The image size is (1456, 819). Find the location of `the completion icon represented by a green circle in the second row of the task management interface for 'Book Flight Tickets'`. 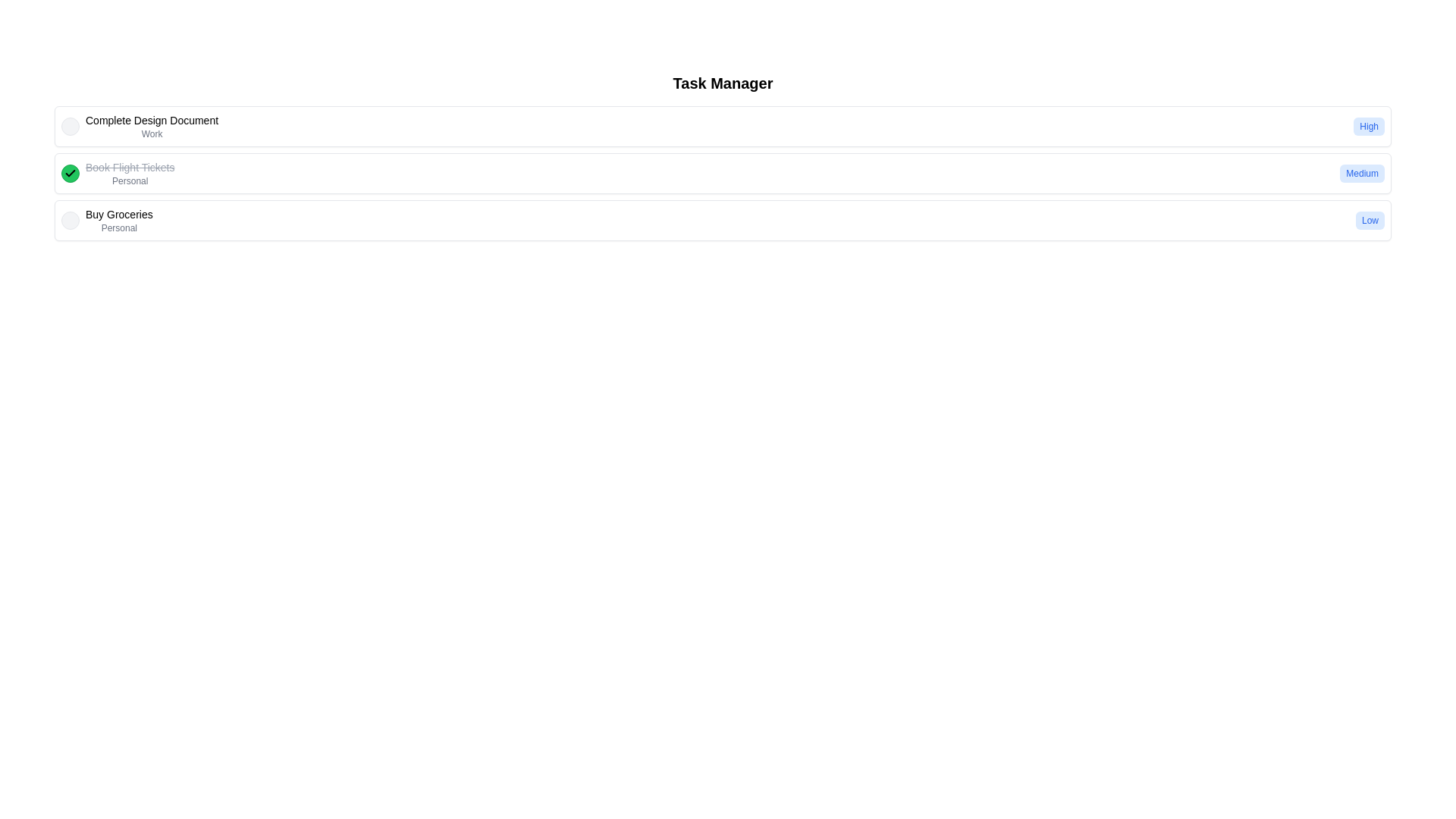

the completion icon represented by a green circle in the second row of the task management interface for 'Book Flight Tickets' is located at coordinates (69, 172).